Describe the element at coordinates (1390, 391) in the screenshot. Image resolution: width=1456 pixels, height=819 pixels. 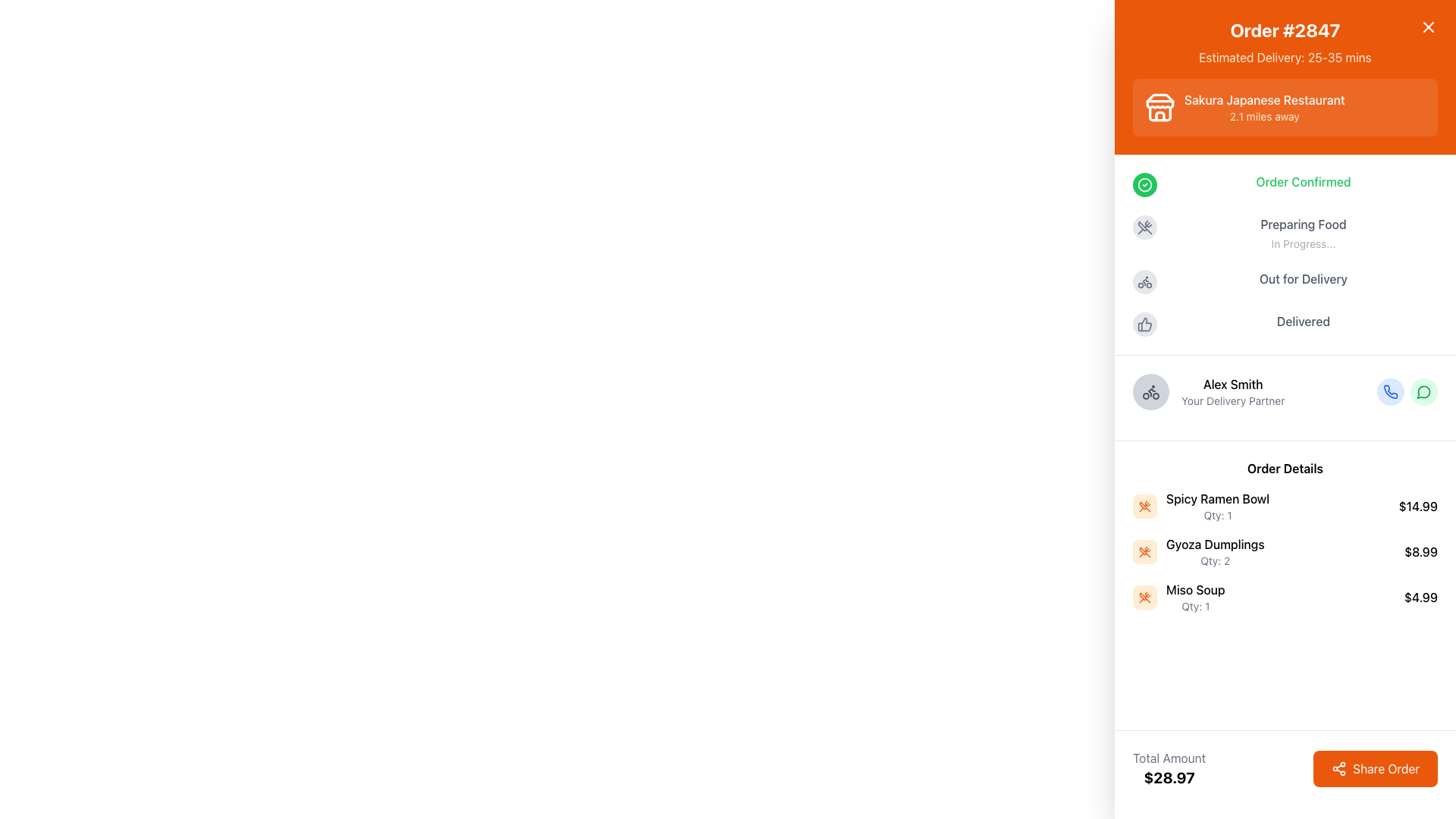
I see `the phone icon button, which is styled in a minimalistic and modern design with a blue outline, to initiate a call` at that location.